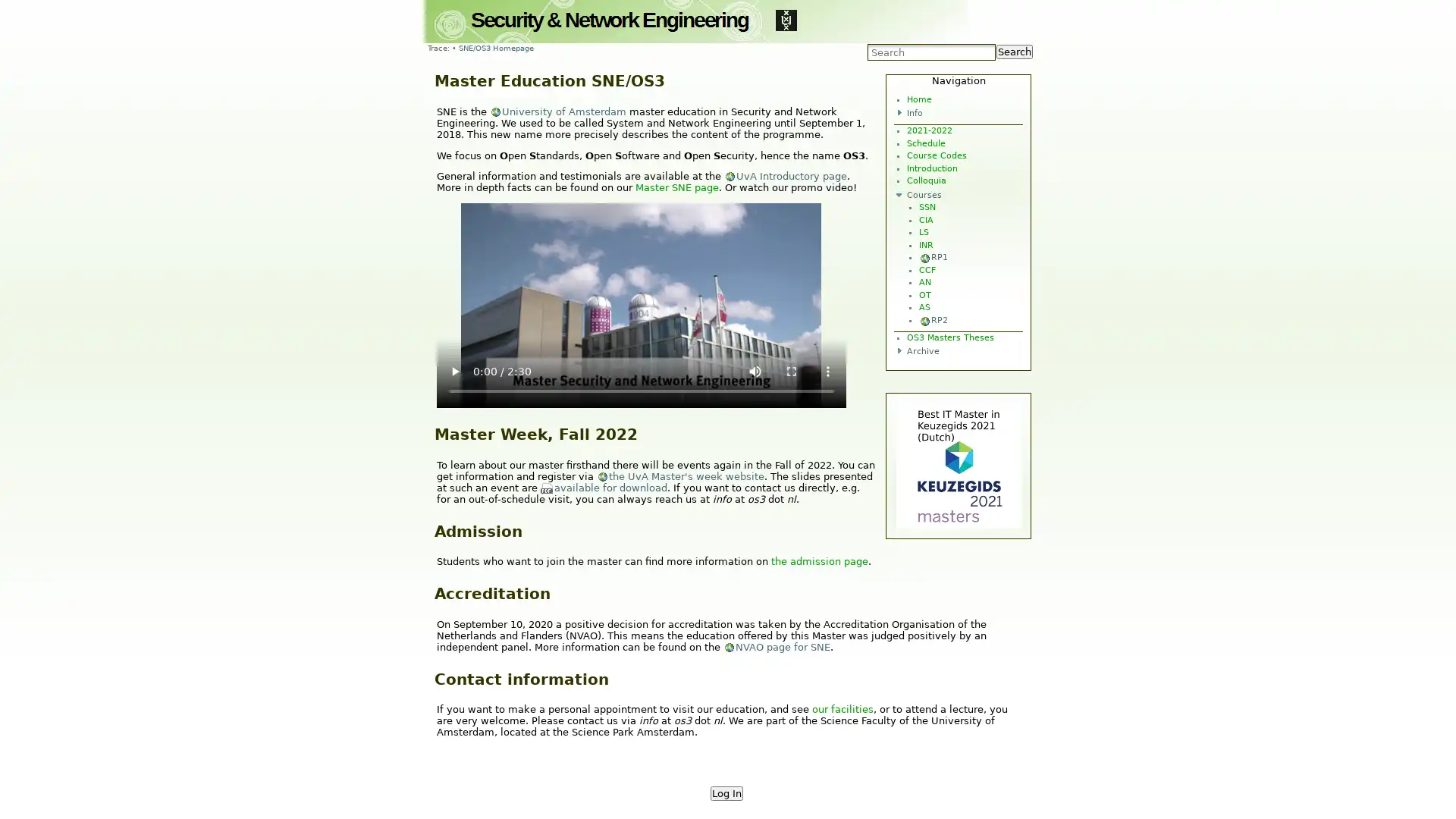  What do you see at coordinates (789, 371) in the screenshot?
I see `enter full screen` at bounding box center [789, 371].